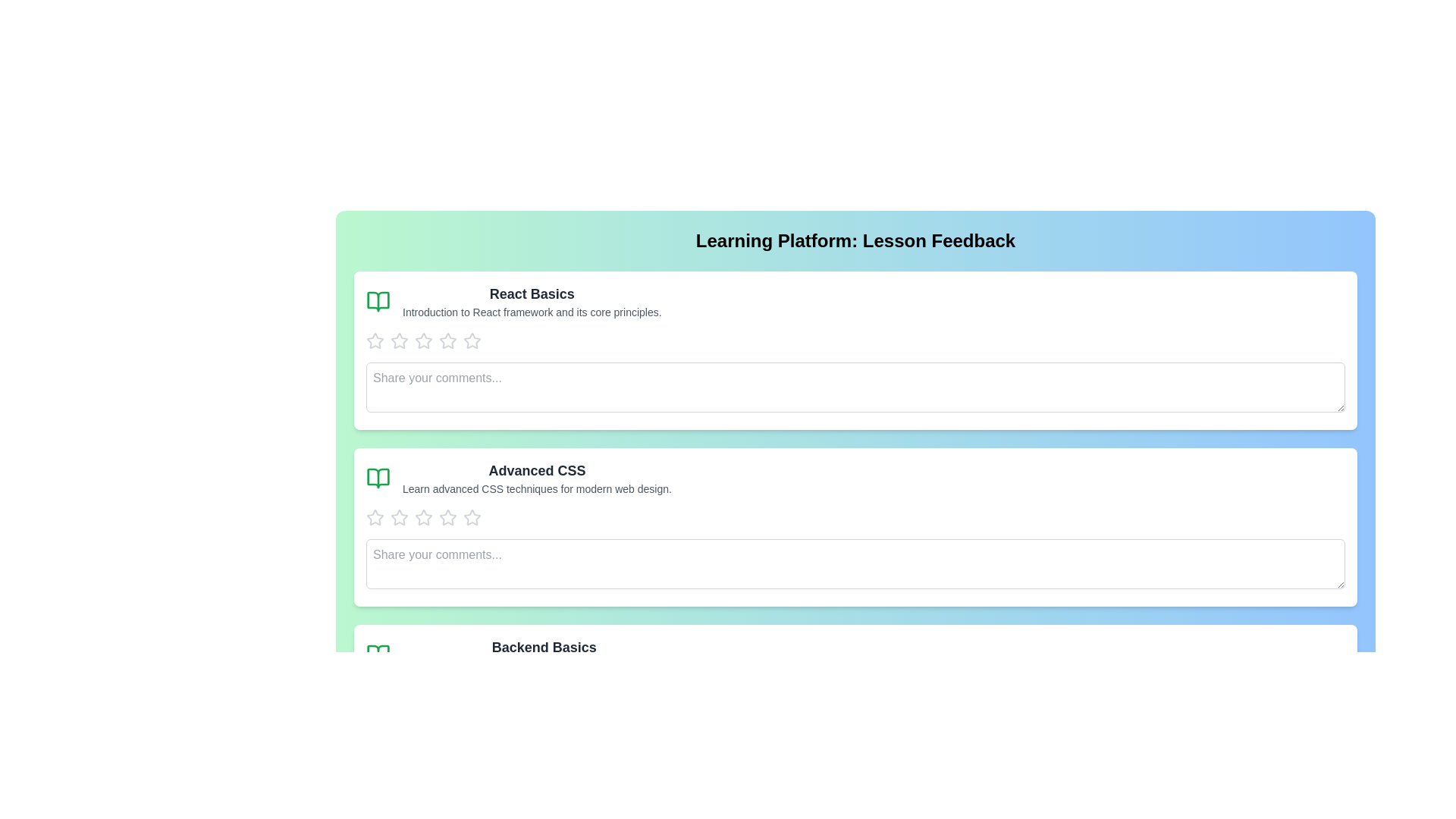 The height and width of the screenshot is (819, 1456). I want to click on the fourth star icon in the rating system located in the feedback interface for the 'Advanced CSS' section, so click(423, 516).